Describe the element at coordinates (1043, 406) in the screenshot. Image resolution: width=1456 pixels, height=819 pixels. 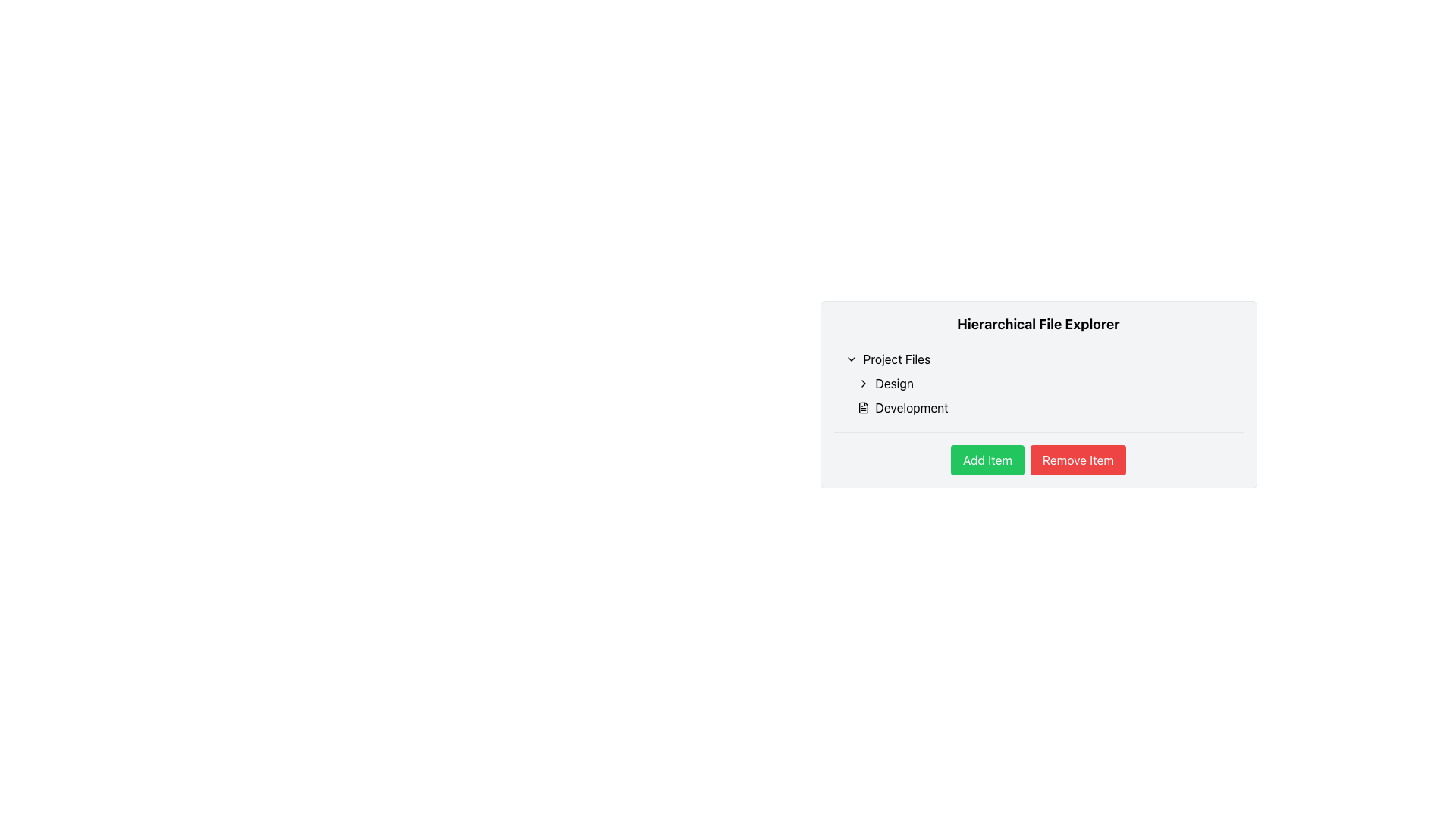
I see `to select the 'Development' node in the hierarchical file explorer view, which is located directly below the 'Design' element` at that location.